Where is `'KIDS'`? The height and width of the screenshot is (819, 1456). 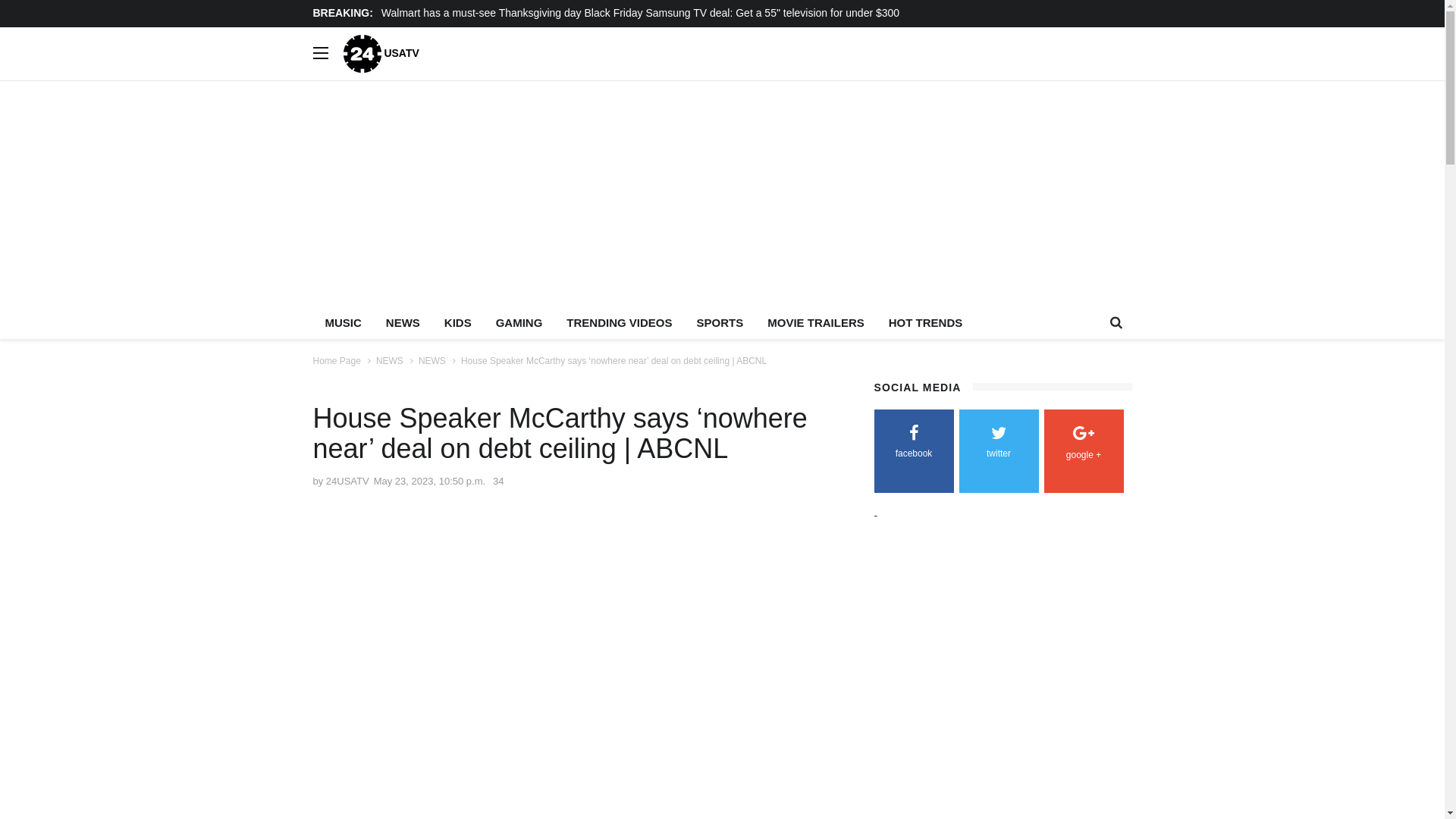
'KIDS' is located at coordinates (457, 322).